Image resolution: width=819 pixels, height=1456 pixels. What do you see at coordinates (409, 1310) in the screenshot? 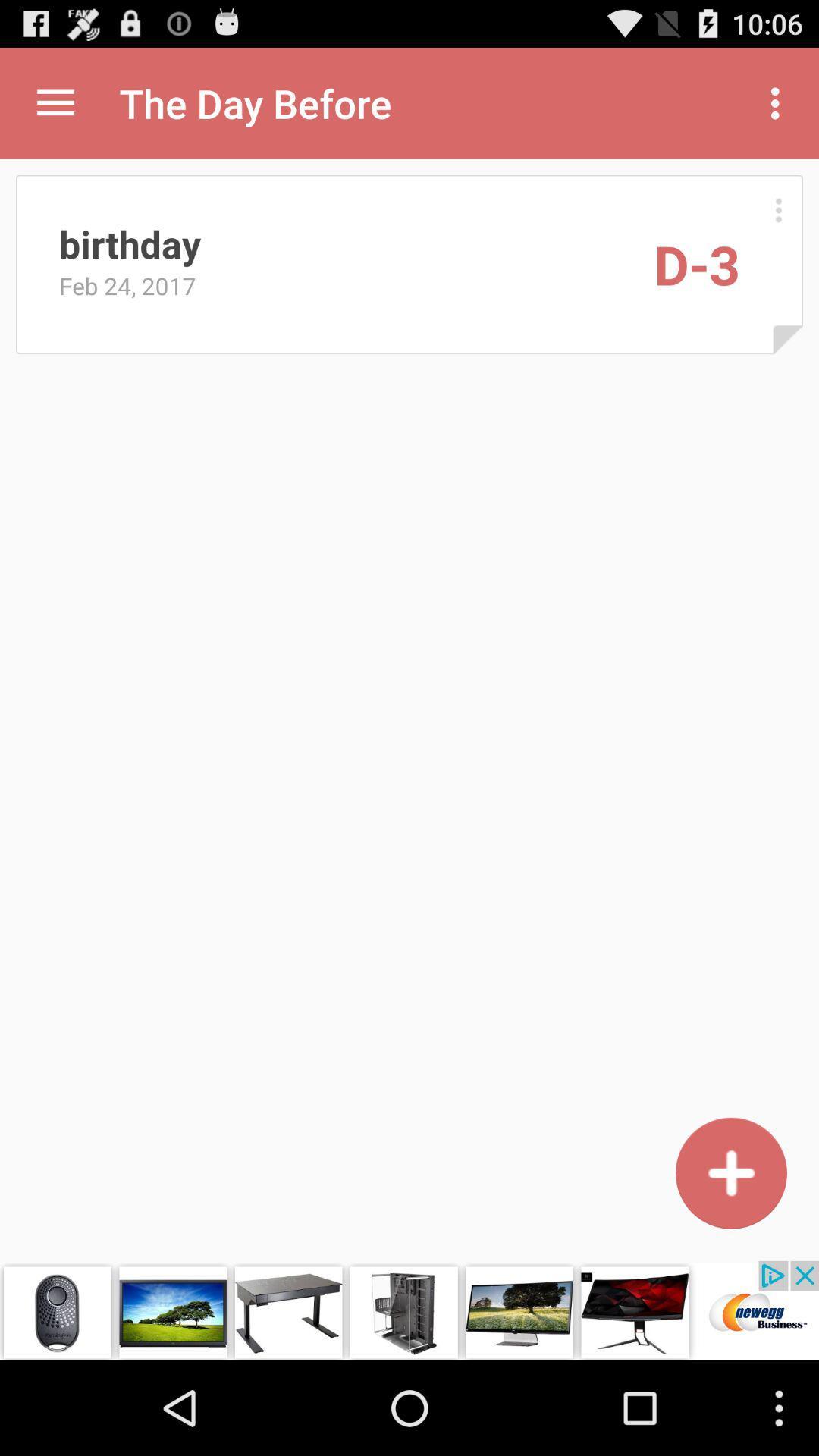
I see `advertisement` at bounding box center [409, 1310].